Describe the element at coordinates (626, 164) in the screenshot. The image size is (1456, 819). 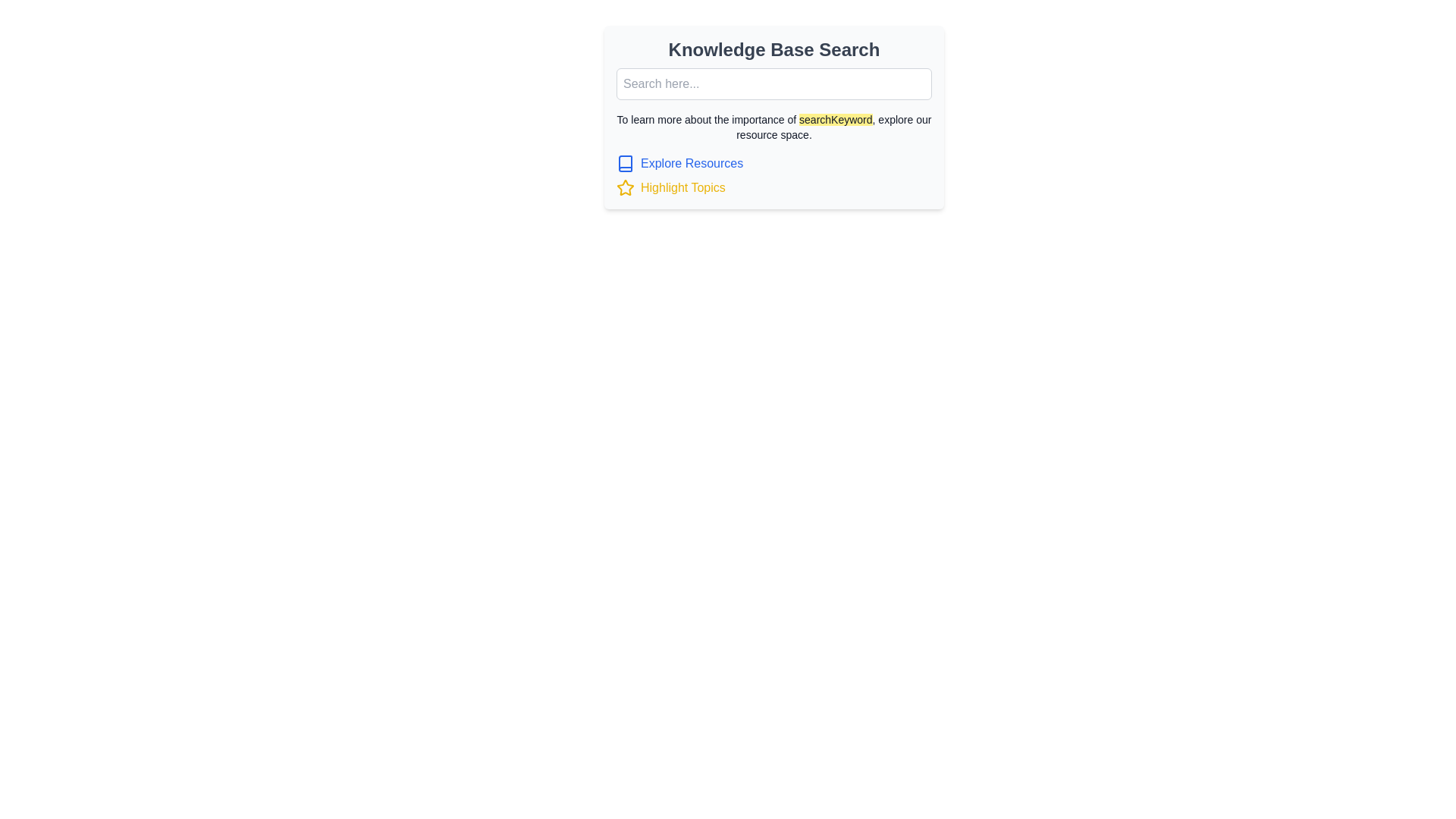
I see `the decorative icon located to the left of the 'Explore Resources' text, which emphasizes the resource section` at that location.